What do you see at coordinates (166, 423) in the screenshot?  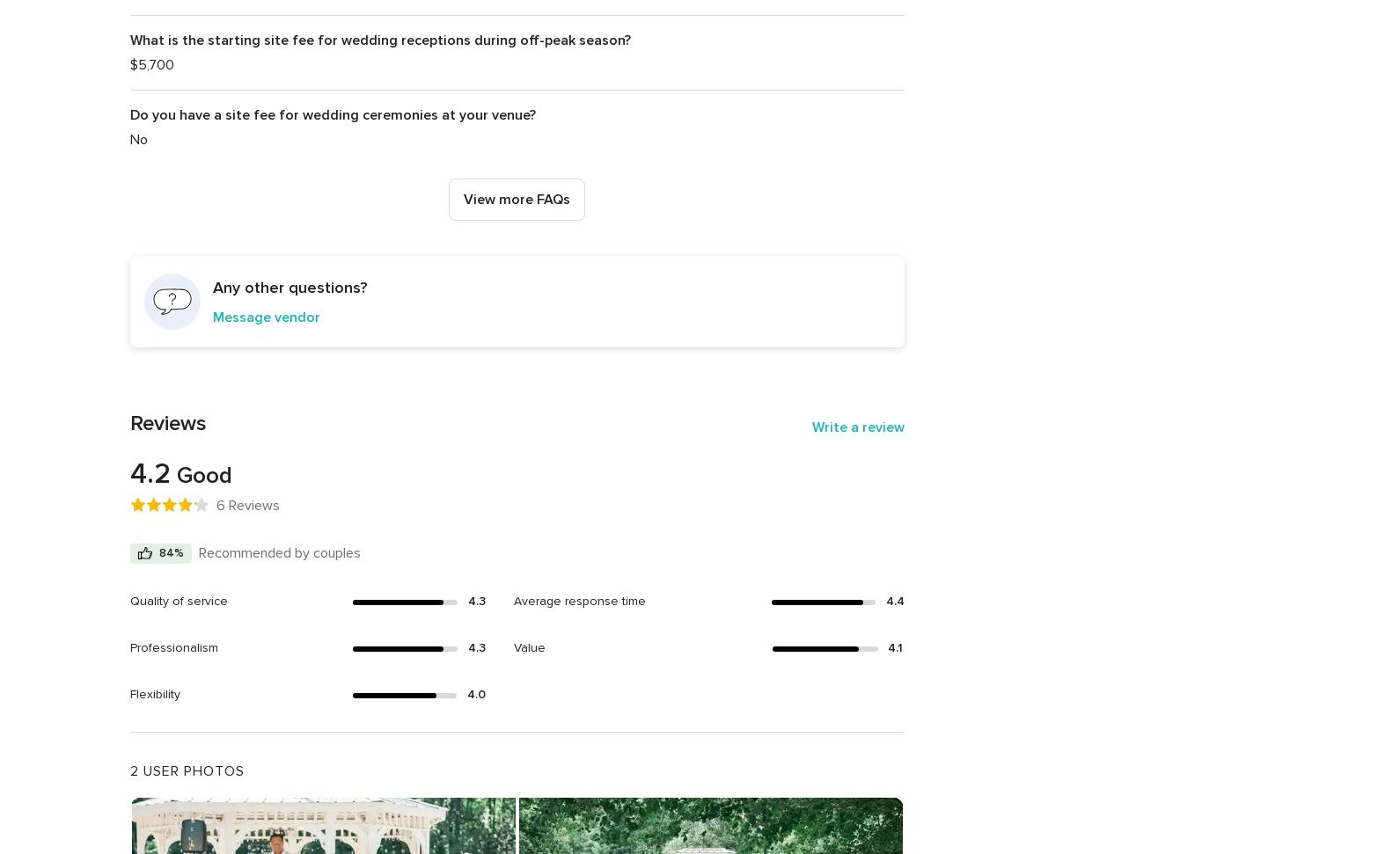 I see `'Reviews'` at bounding box center [166, 423].